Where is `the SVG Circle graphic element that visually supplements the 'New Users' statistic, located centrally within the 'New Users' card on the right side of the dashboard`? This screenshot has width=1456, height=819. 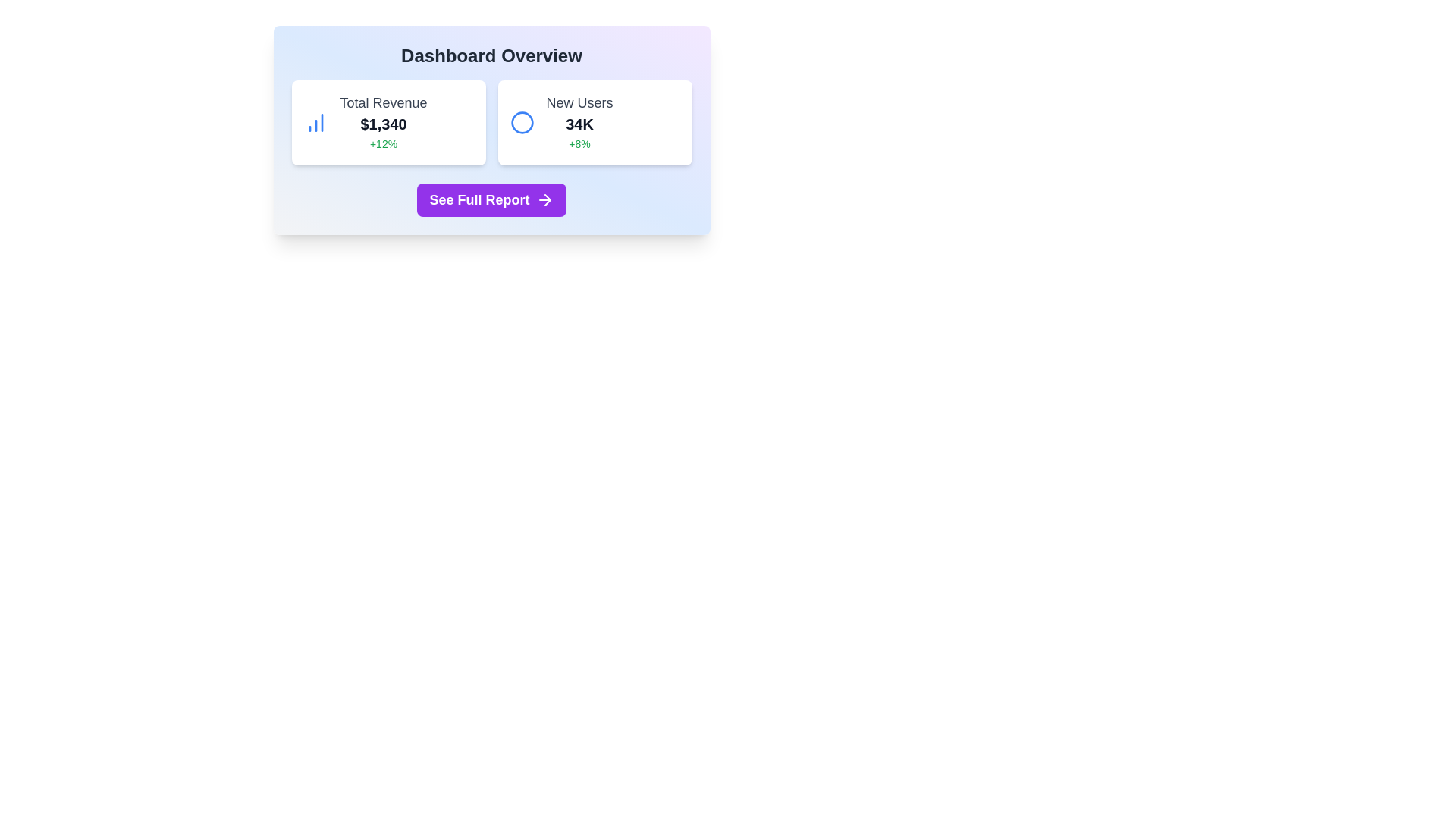 the SVG Circle graphic element that visually supplements the 'New Users' statistic, located centrally within the 'New Users' card on the right side of the dashboard is located at coordinates (522, 122).